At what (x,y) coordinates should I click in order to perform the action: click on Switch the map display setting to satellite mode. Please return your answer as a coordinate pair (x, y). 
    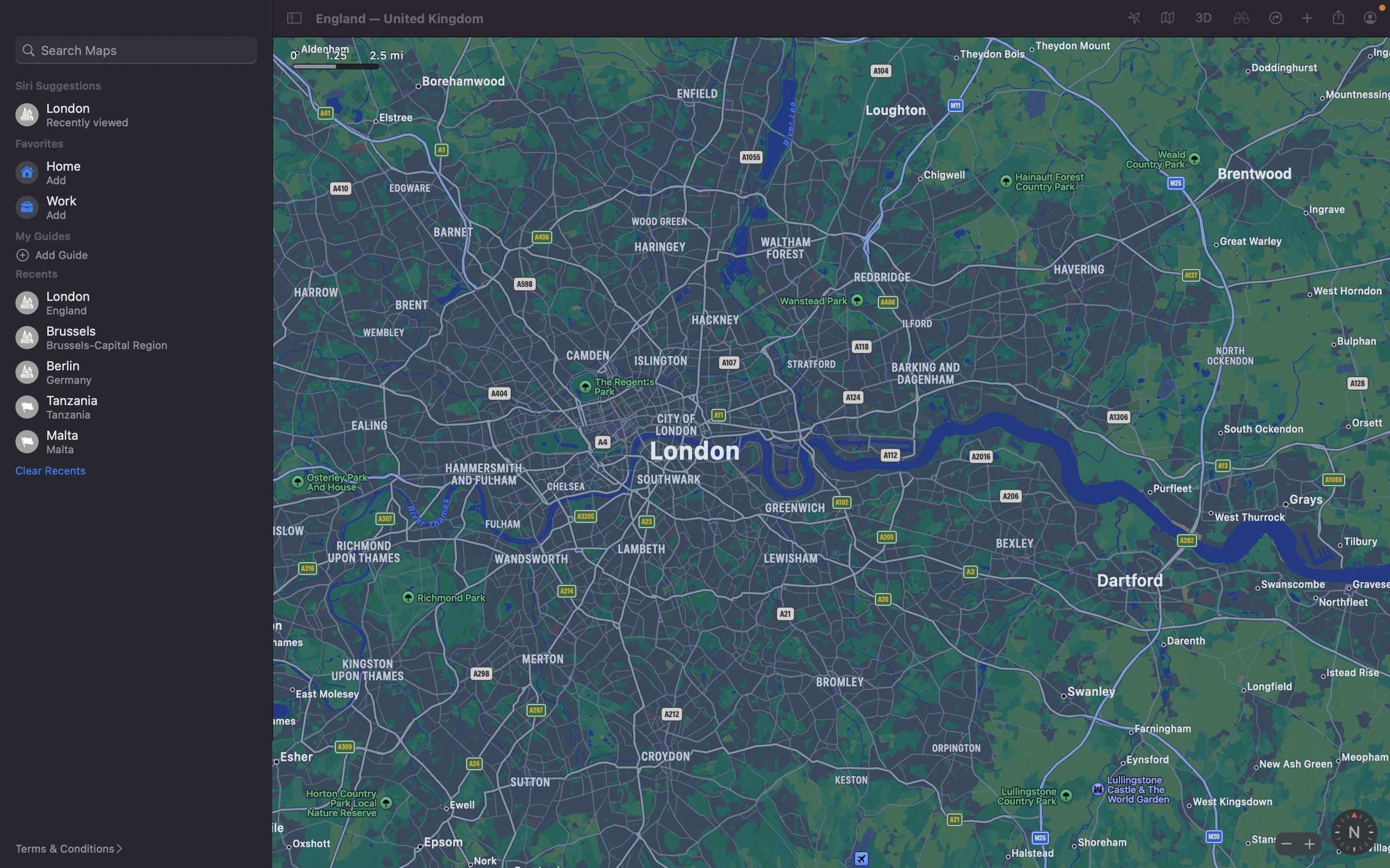
    Looking at the image, I should click on (1165, 18).